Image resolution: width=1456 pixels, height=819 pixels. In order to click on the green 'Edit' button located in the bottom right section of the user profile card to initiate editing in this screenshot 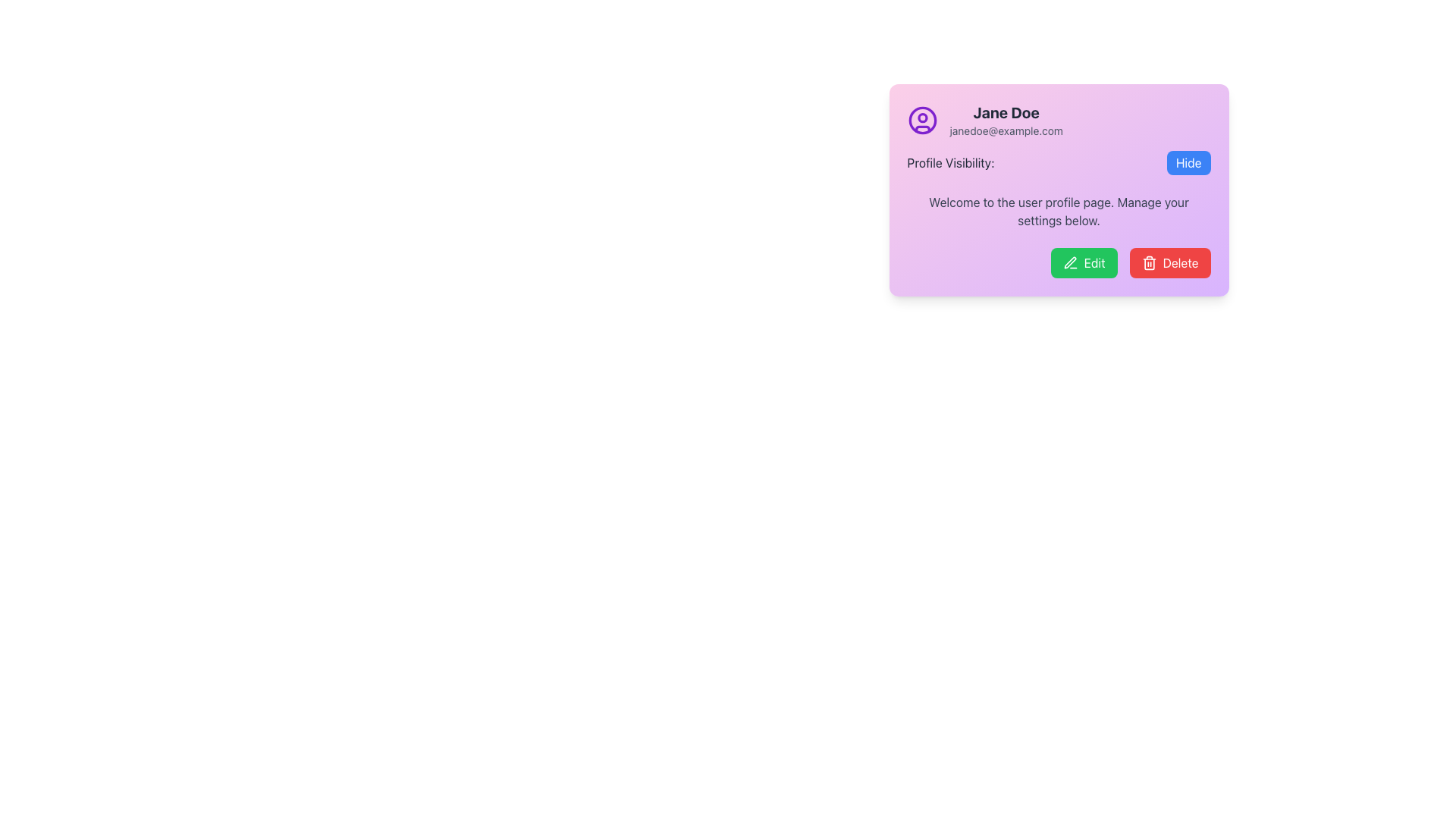, I will do `click(1058, 262)`.